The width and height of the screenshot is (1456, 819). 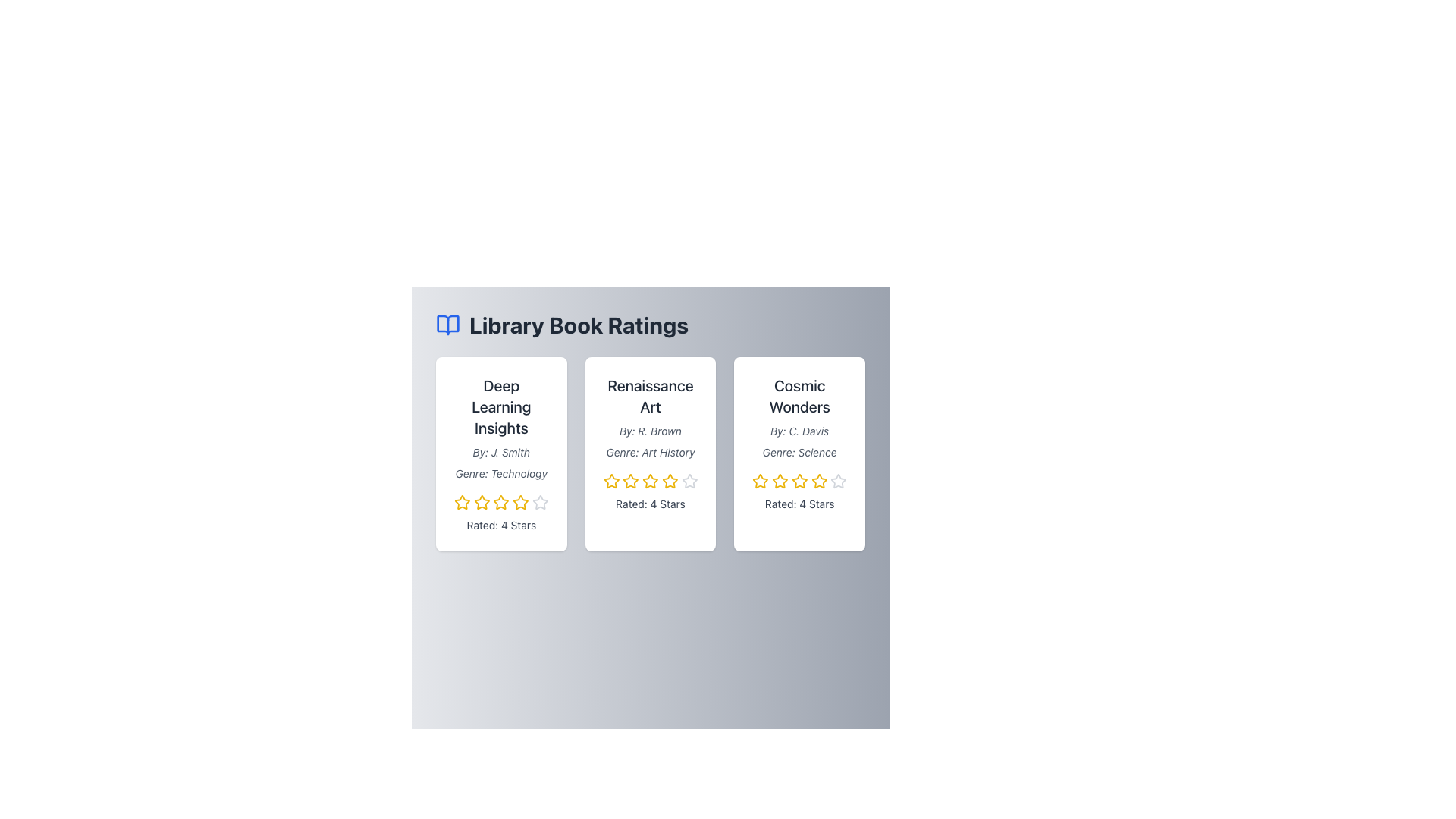 What do you see at coordinates (481, 502) in the screenshot?
I see `the second star icon in the five-star rating system below the 'Deep Learning Insights' card` at bounding box center [481, 502].